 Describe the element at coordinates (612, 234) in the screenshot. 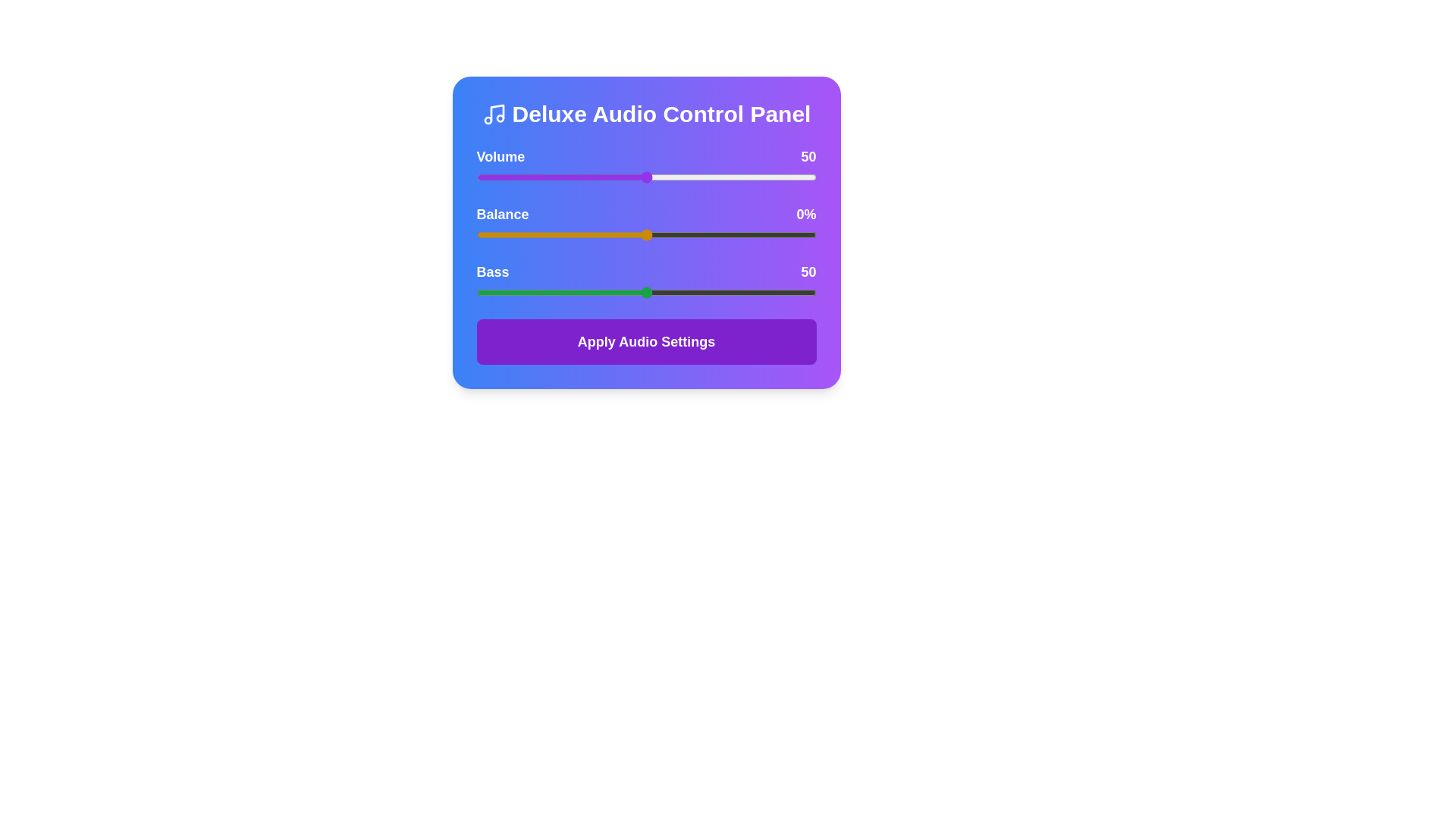

I see `the balance slider` at that location.